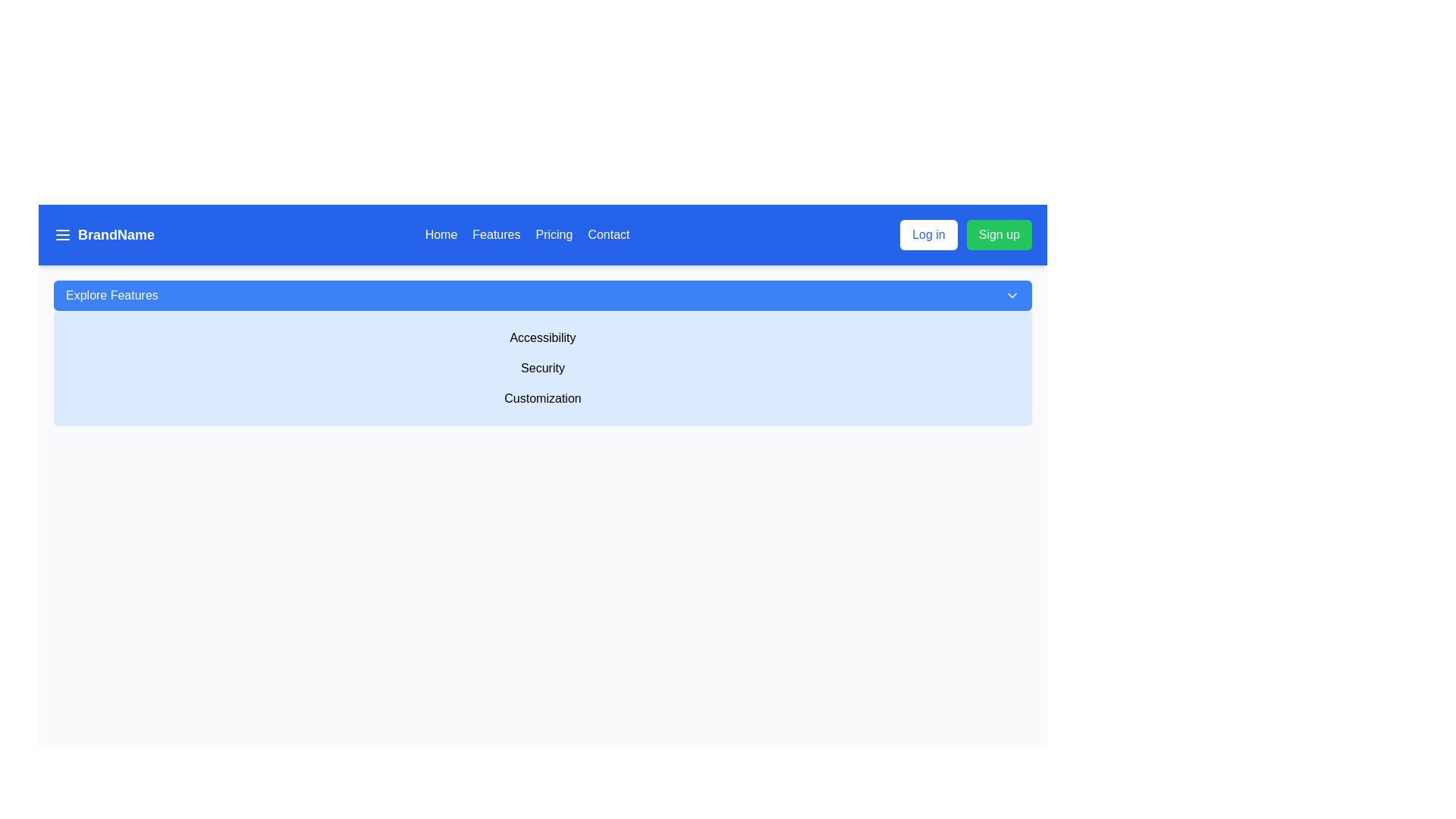 The height and width of the screenshot is (819, 1456). What do you see at coordinates (527, 234) in the screenshot?
I see `the horizontal navigation menu located at the top of the interface, which contains links labeled 'Home,' 'Features,' 'Pricing,' and 'Contact.'` at bounding box center [527, 234].